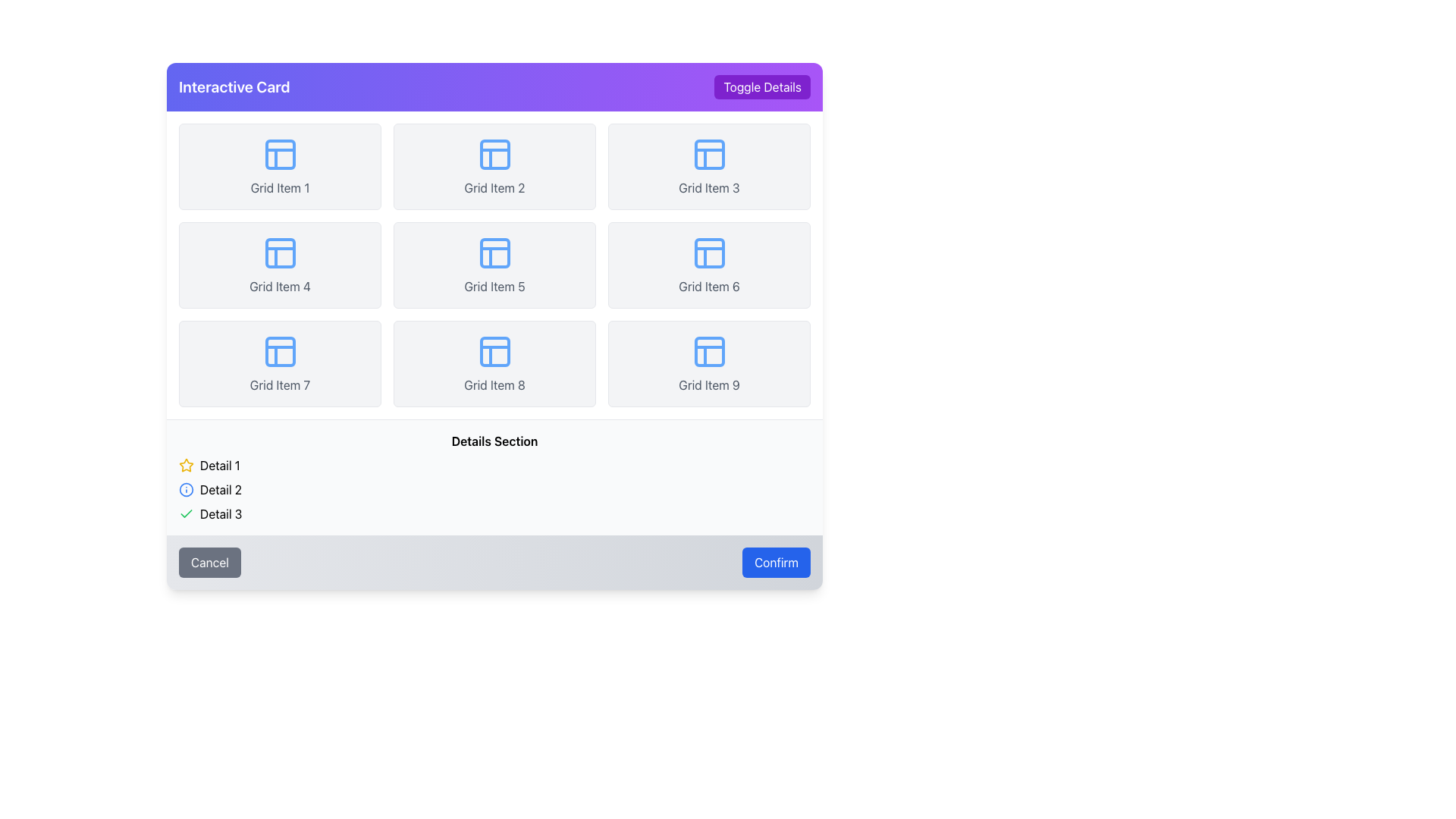 The height and width of the screenshot is (819, 1456). I want to click on the text label displaying 'Grid Item 9', which is styled in a smaller gray font and located underneath an icon group within its card in the bottom-right corner of a 3x3 grid layout, so click(708, 384).